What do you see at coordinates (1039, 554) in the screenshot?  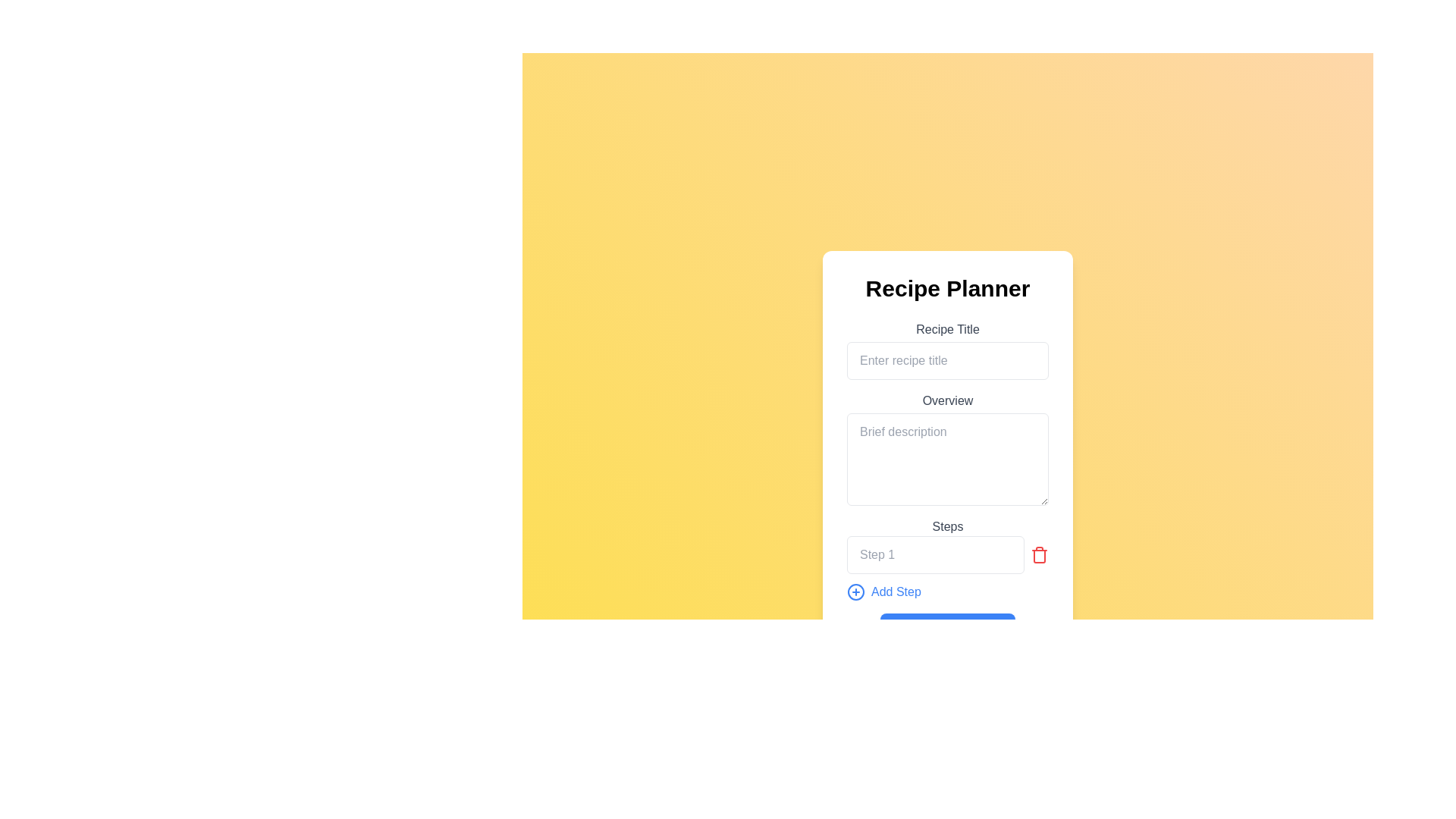 I see `the delete button located to the right of the 'Step 1' text input box` at bounding box center [1039, 554].